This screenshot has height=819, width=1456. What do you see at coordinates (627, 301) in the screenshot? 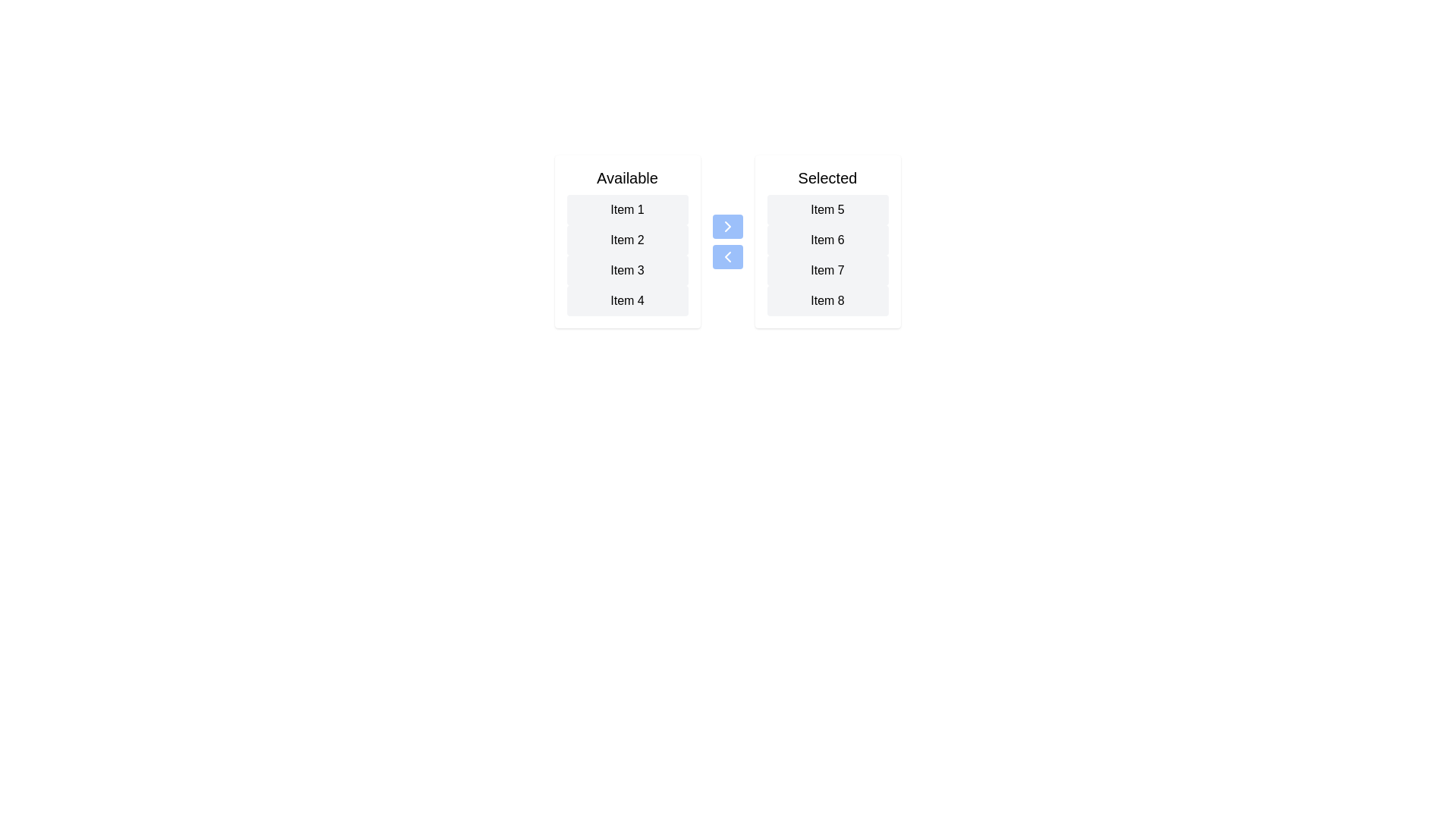
I see `the List Item element labeled 'Item 4', which is the fourth item in the 'Available' list, located on the left side of the interface` at bounding box center [627, 301].